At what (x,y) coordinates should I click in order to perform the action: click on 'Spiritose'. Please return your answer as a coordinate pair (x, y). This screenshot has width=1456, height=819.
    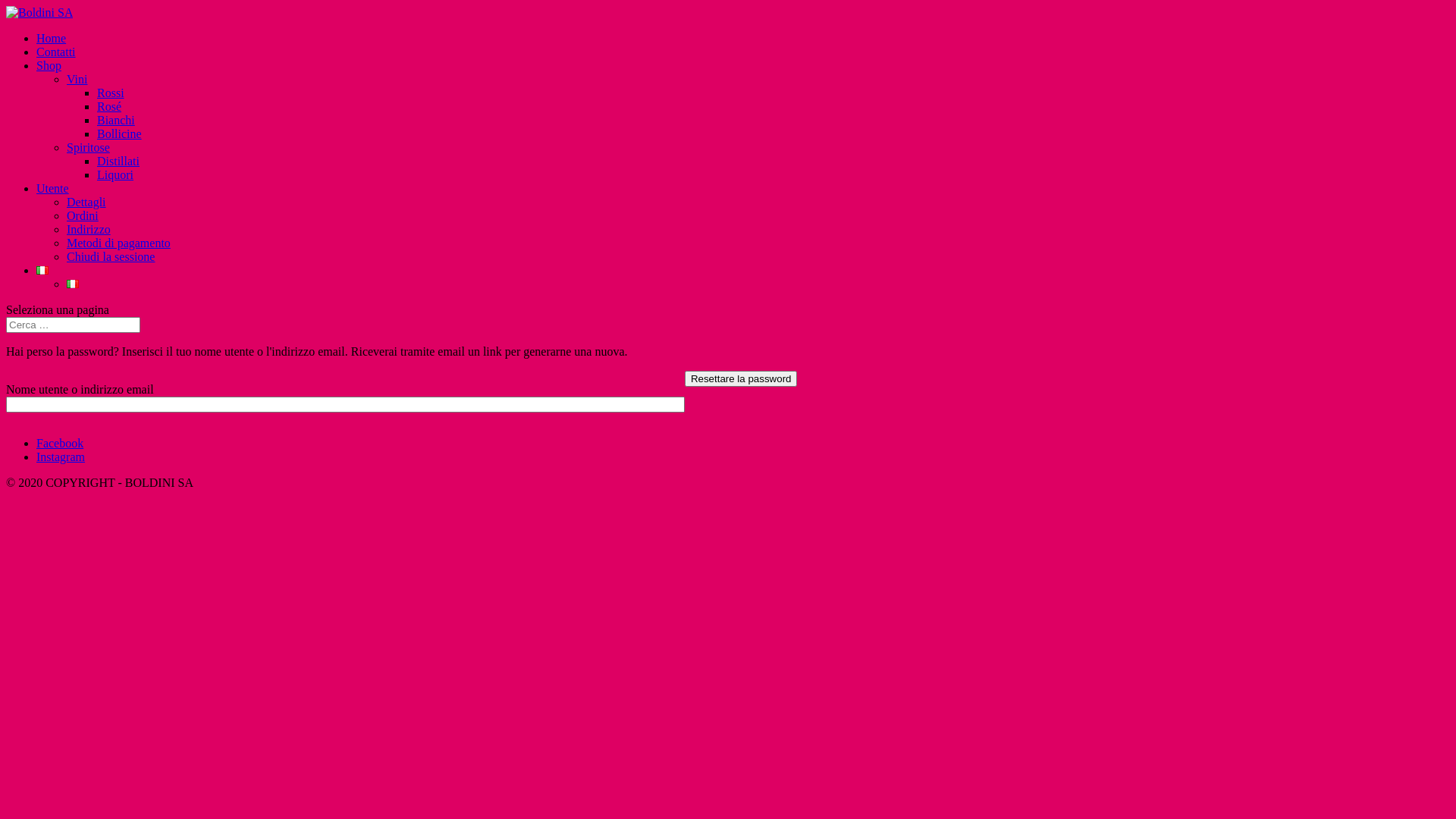
    Looking at the image, I should click on (87, 147).